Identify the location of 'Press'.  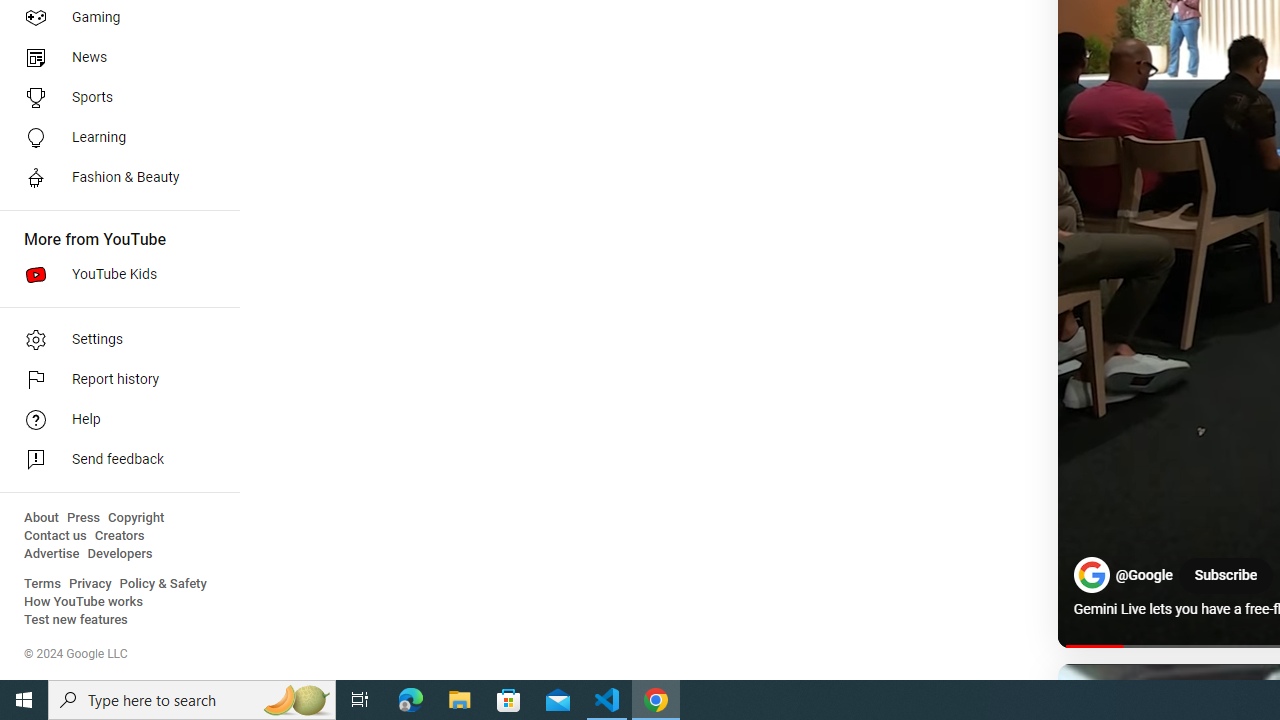
(82, 517).